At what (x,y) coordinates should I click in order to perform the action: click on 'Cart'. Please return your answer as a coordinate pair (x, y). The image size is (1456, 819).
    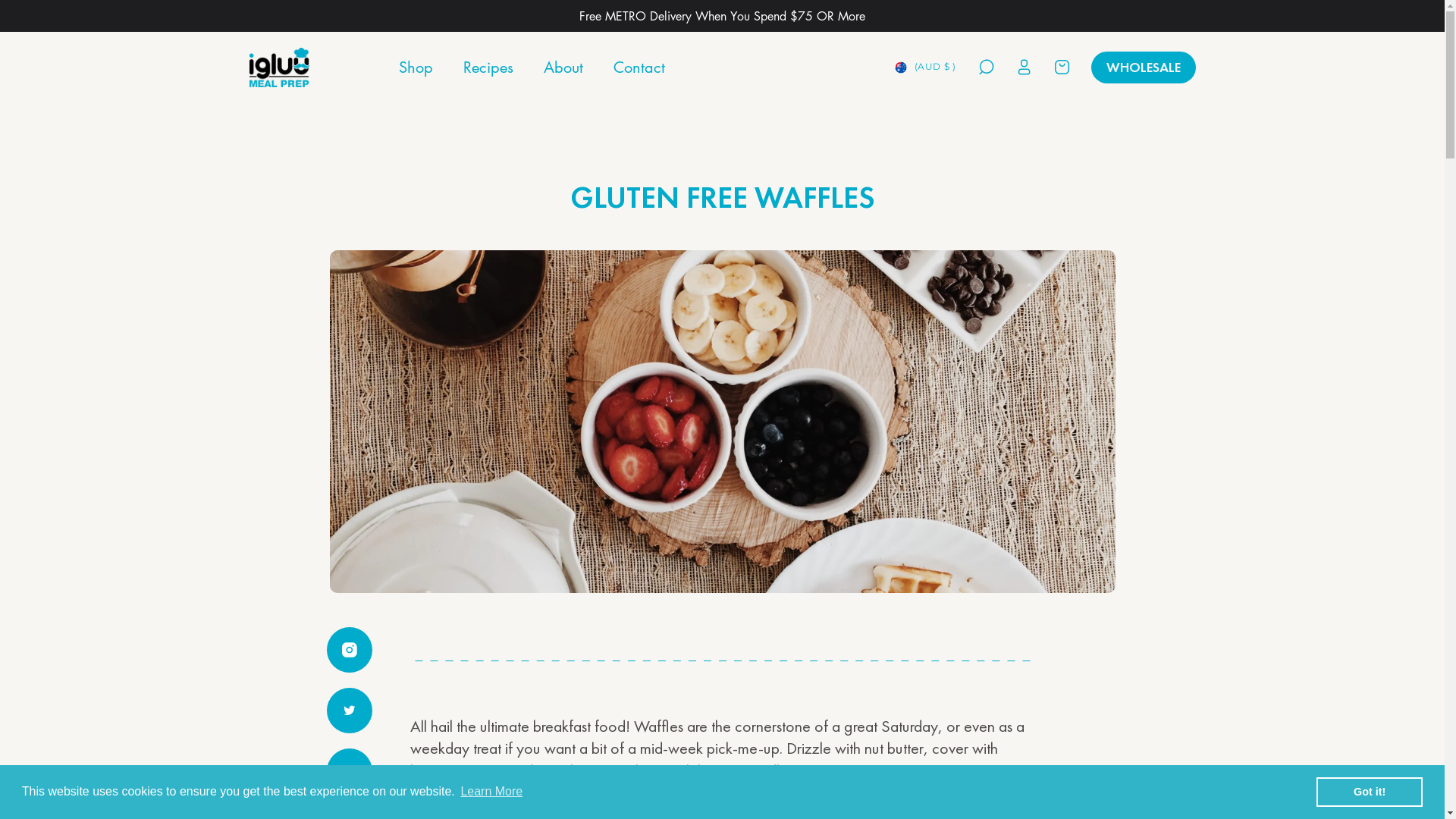
    Looking at the image, I should click on (1051, 66).